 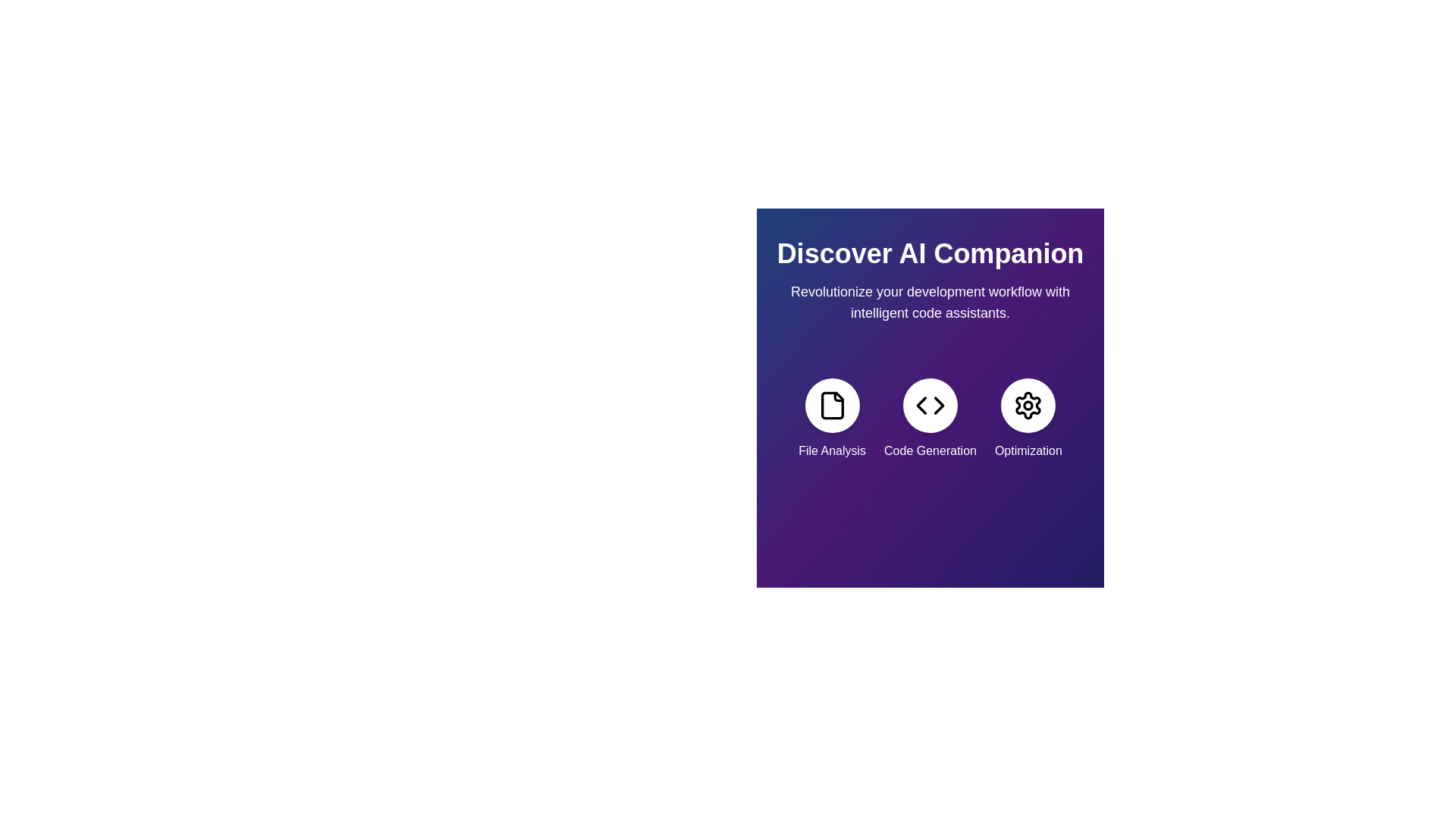 What do you see at coordinates (930, 405) in the screenshot?
I see `the 'Code Generation' Icon/Badge located at the center of its section` at bounding box center [930, 405].